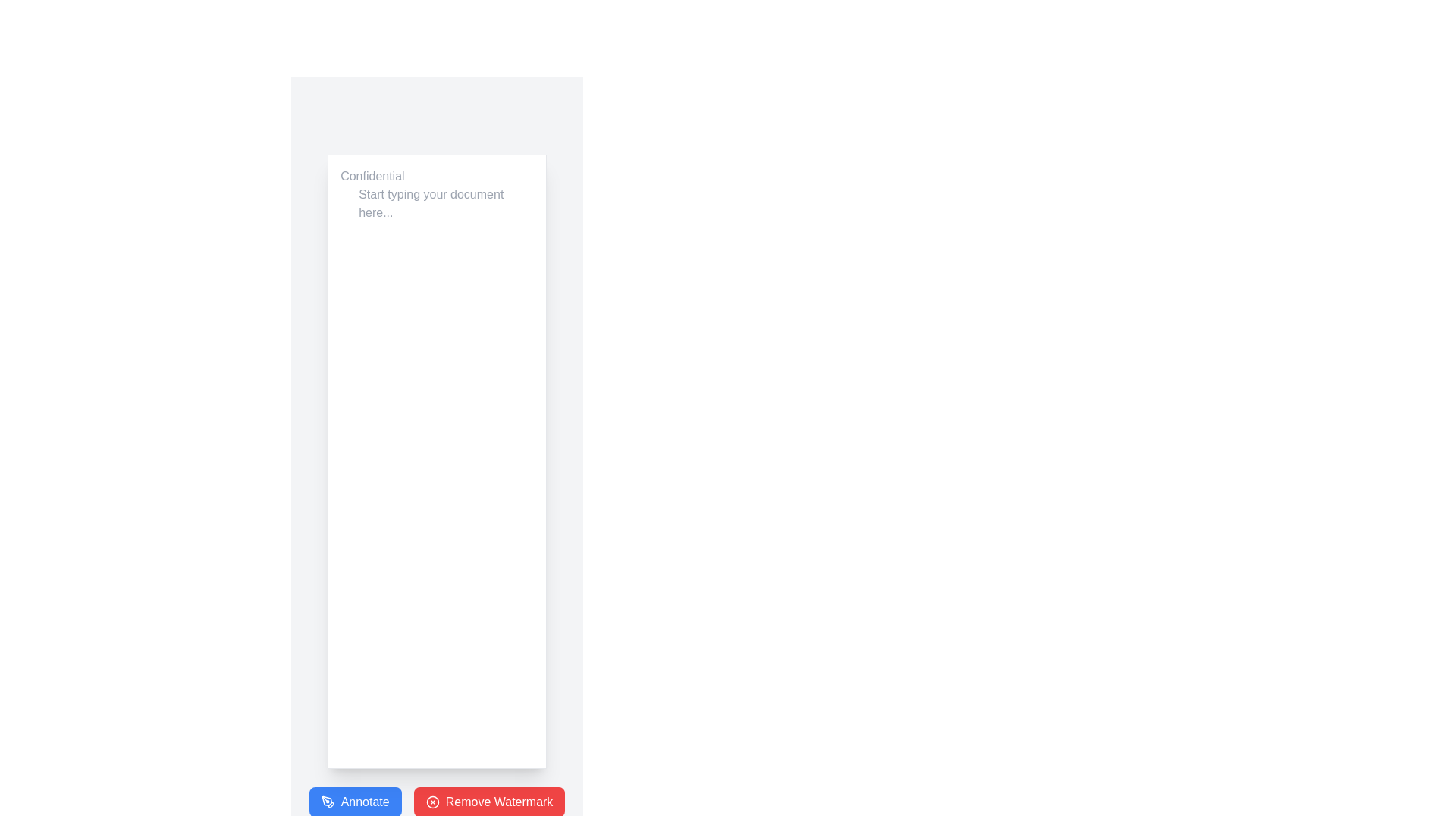 The height and width of the screenshot is (819, 1456). What do you see at coordinates (354, 801) in the screenshot?
I see `the 'Annotate' button located in the bottom-left corner of the button stack` at bounding box center [354, 801].